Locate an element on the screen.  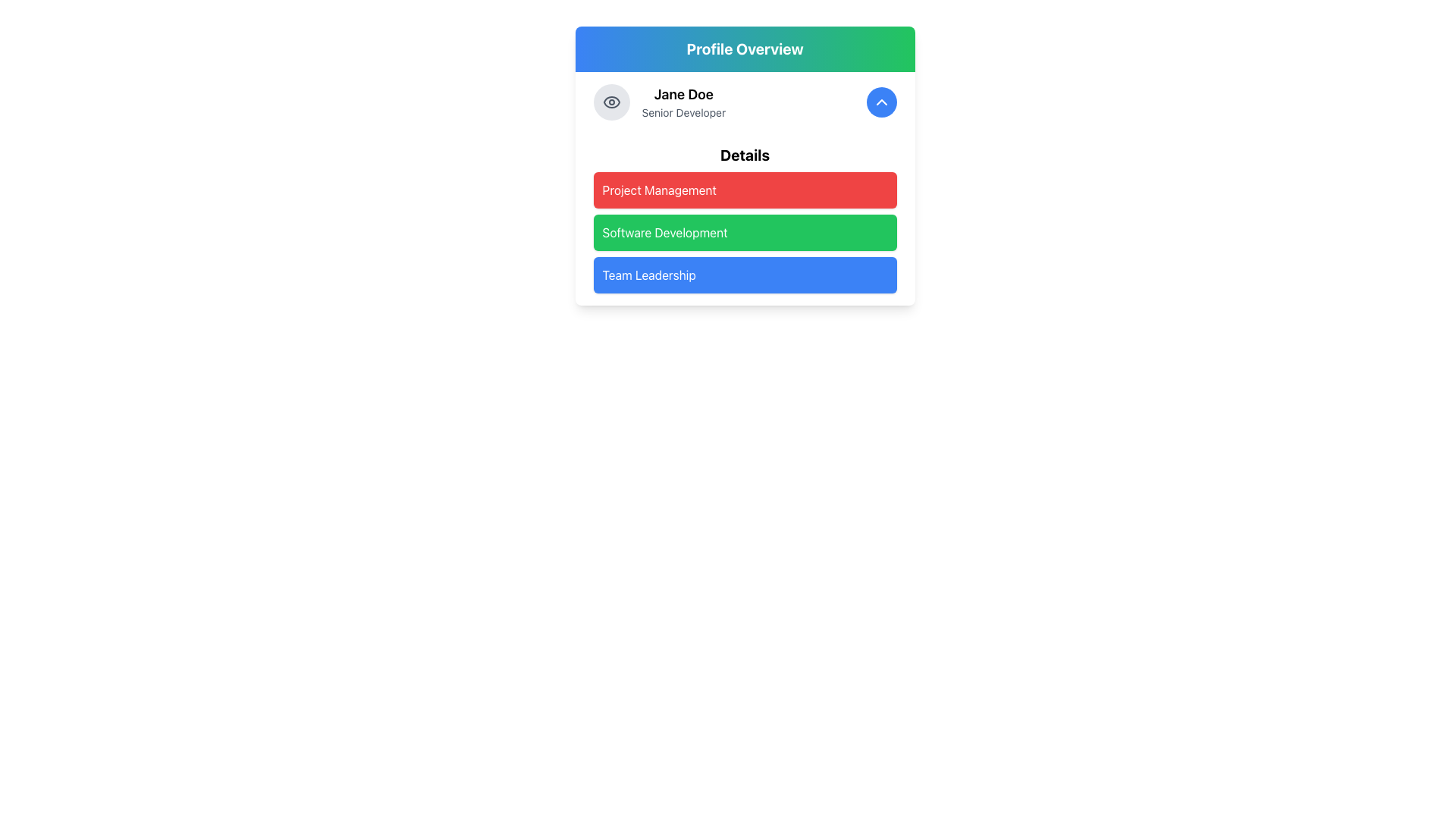
information displayed in the user profile summary for 'Jane Doe', which includes her title 'Senior Developer' and details about her responsibilities such as 'Project Management', 'Software Development', and 'Team Leadership' is located at coordinates (745, 166).